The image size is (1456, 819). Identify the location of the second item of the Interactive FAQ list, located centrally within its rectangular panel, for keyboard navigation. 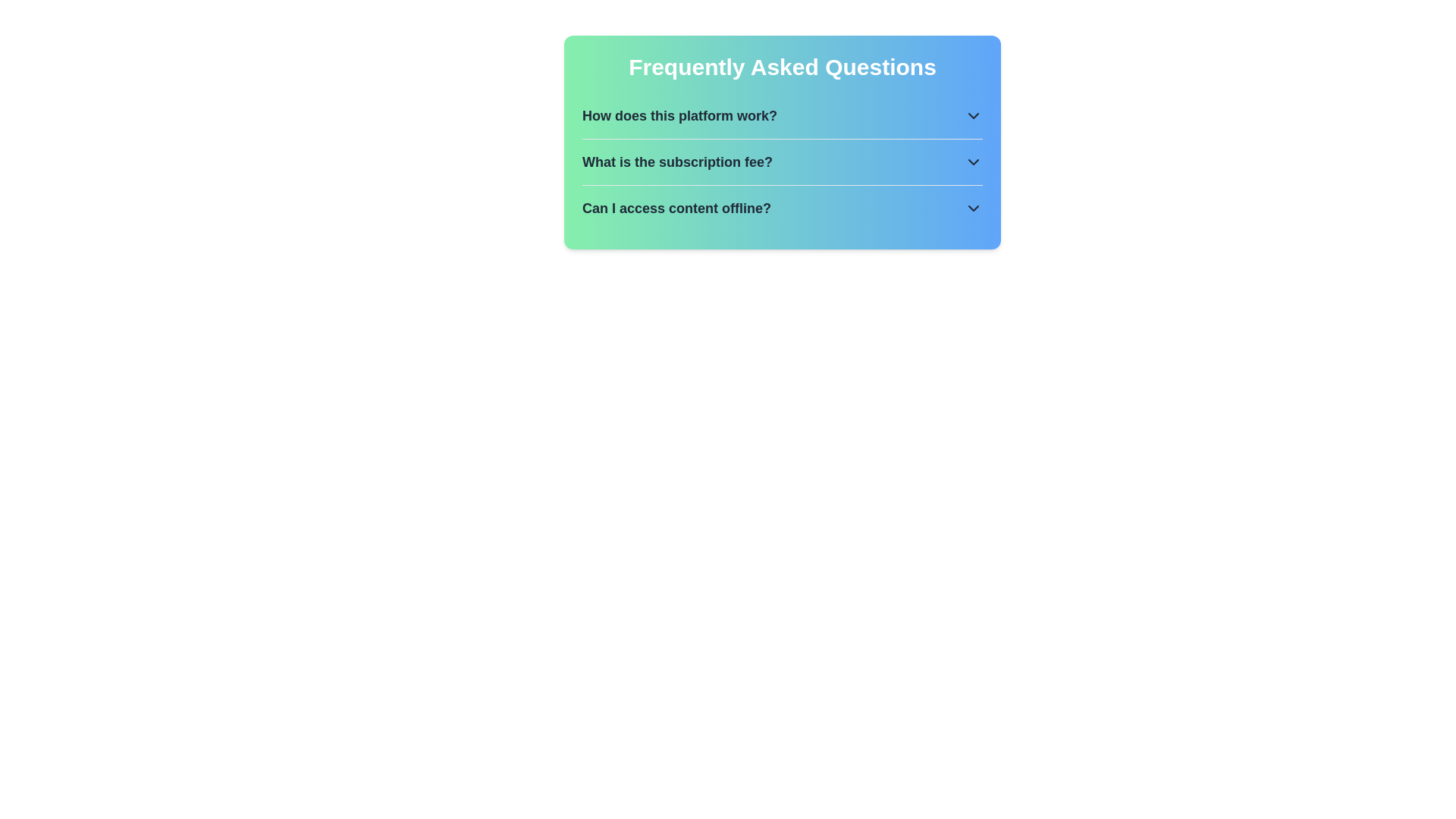
(783, 162).